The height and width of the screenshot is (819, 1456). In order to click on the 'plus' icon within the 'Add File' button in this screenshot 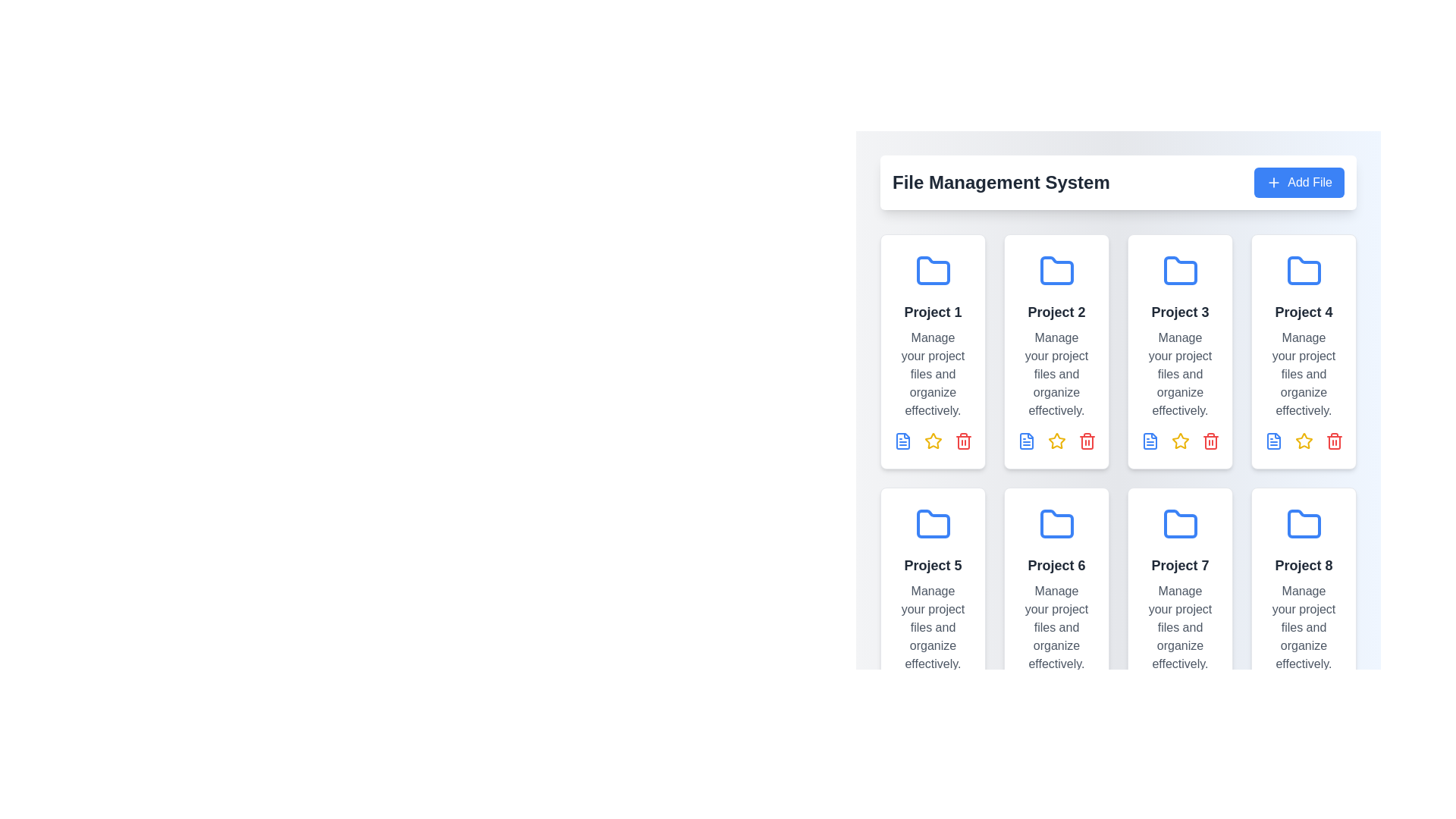, I will do `click(1274, 181)`.